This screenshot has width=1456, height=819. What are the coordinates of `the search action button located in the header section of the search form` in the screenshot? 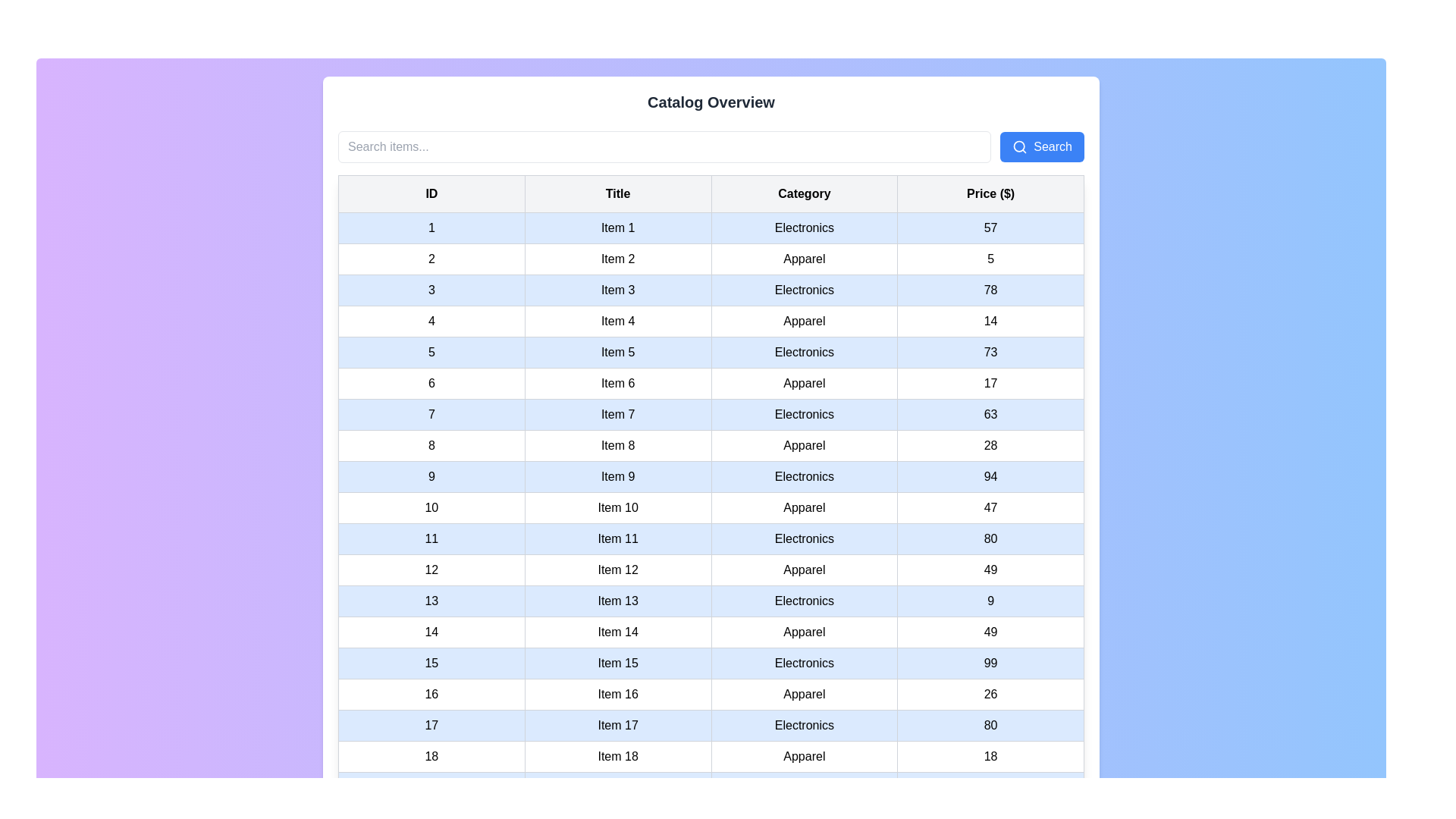 It's located at (1041, 146).